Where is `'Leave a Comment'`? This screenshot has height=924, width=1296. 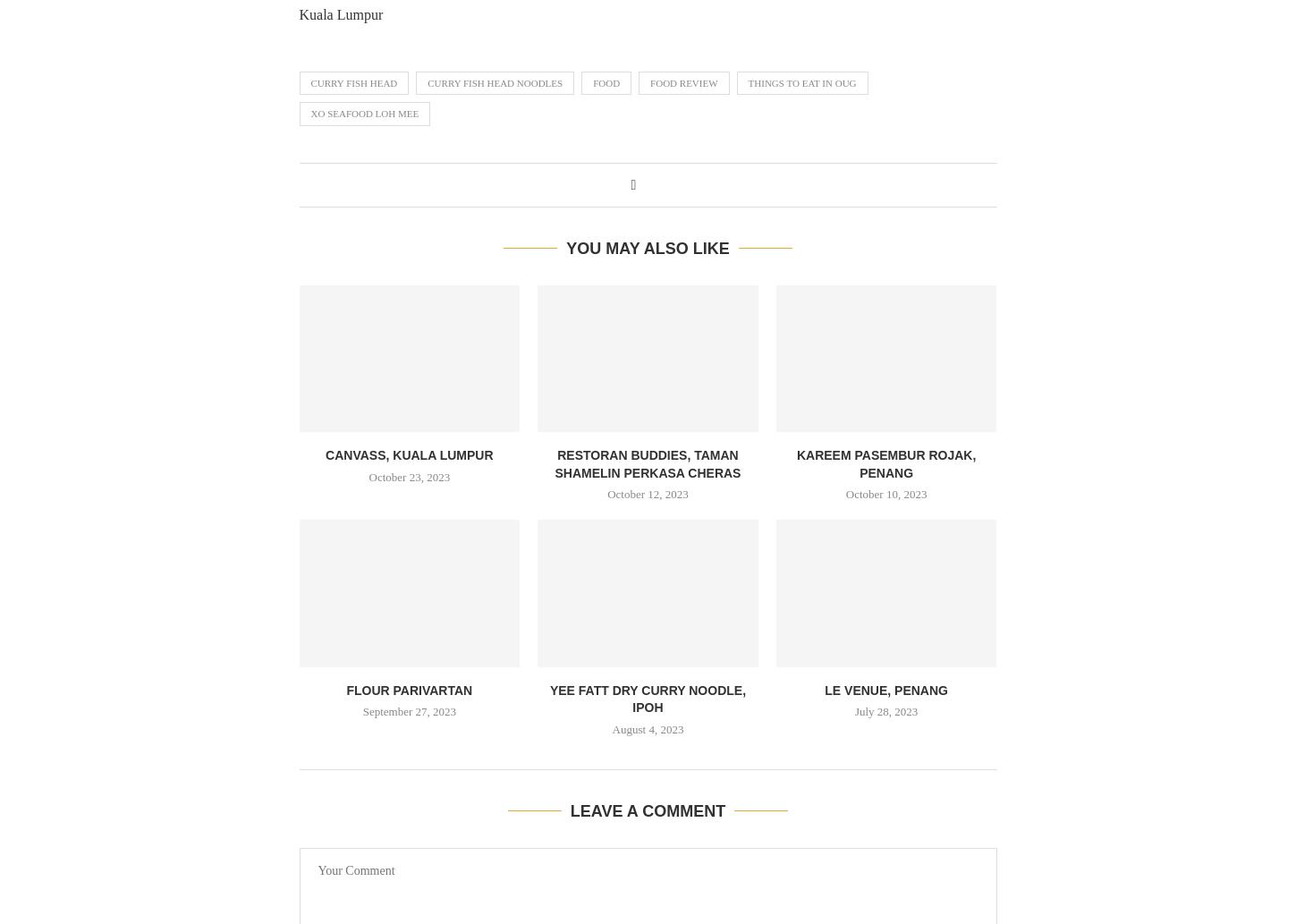
'Leave a Comment' is located at coordinates (569, 810).